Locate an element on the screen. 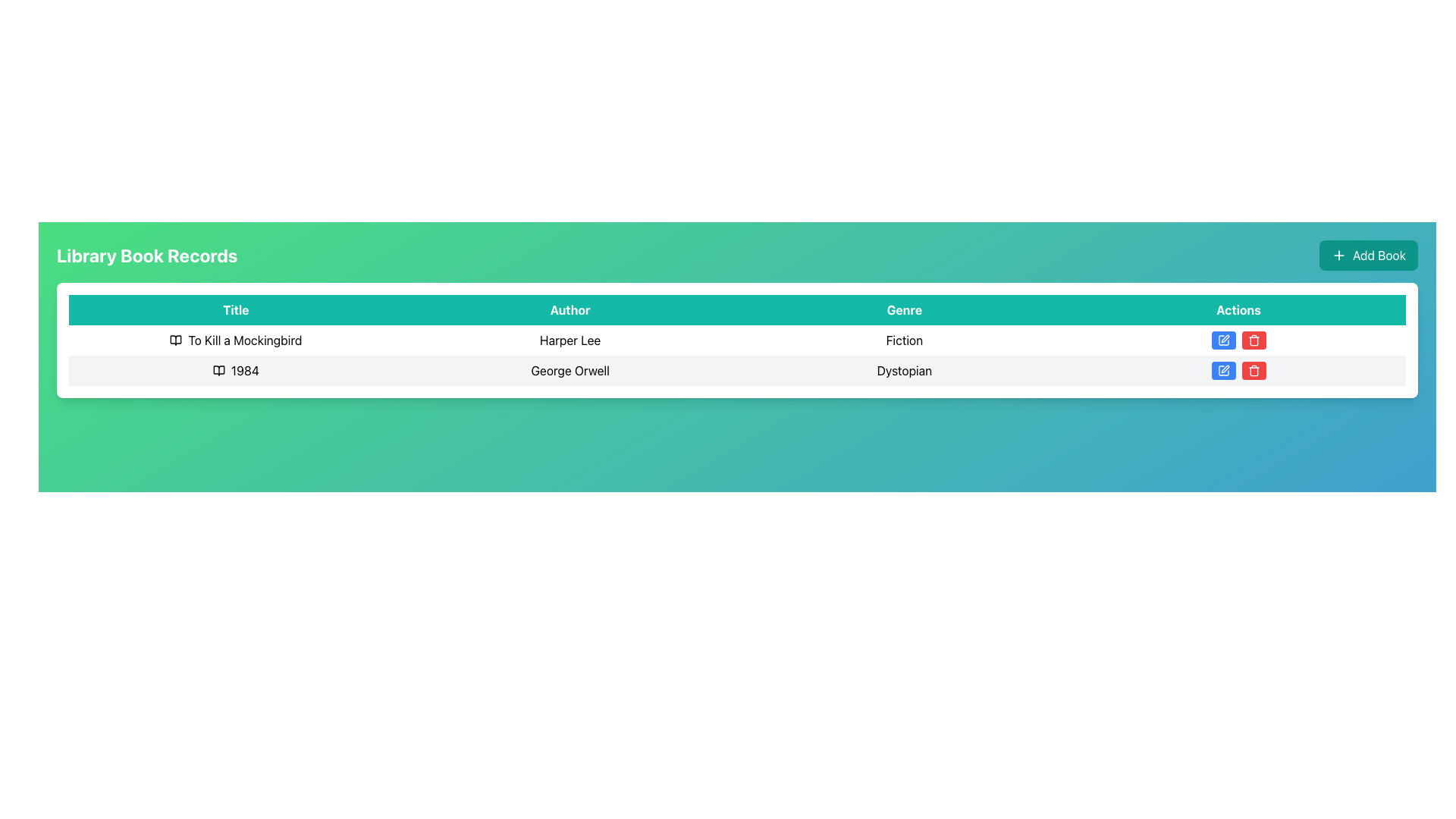 The image size is (1456, 819). the edit icon button located in the 'Actions' column of the second row for the book '1984' is located at coordinates (1225, 338).